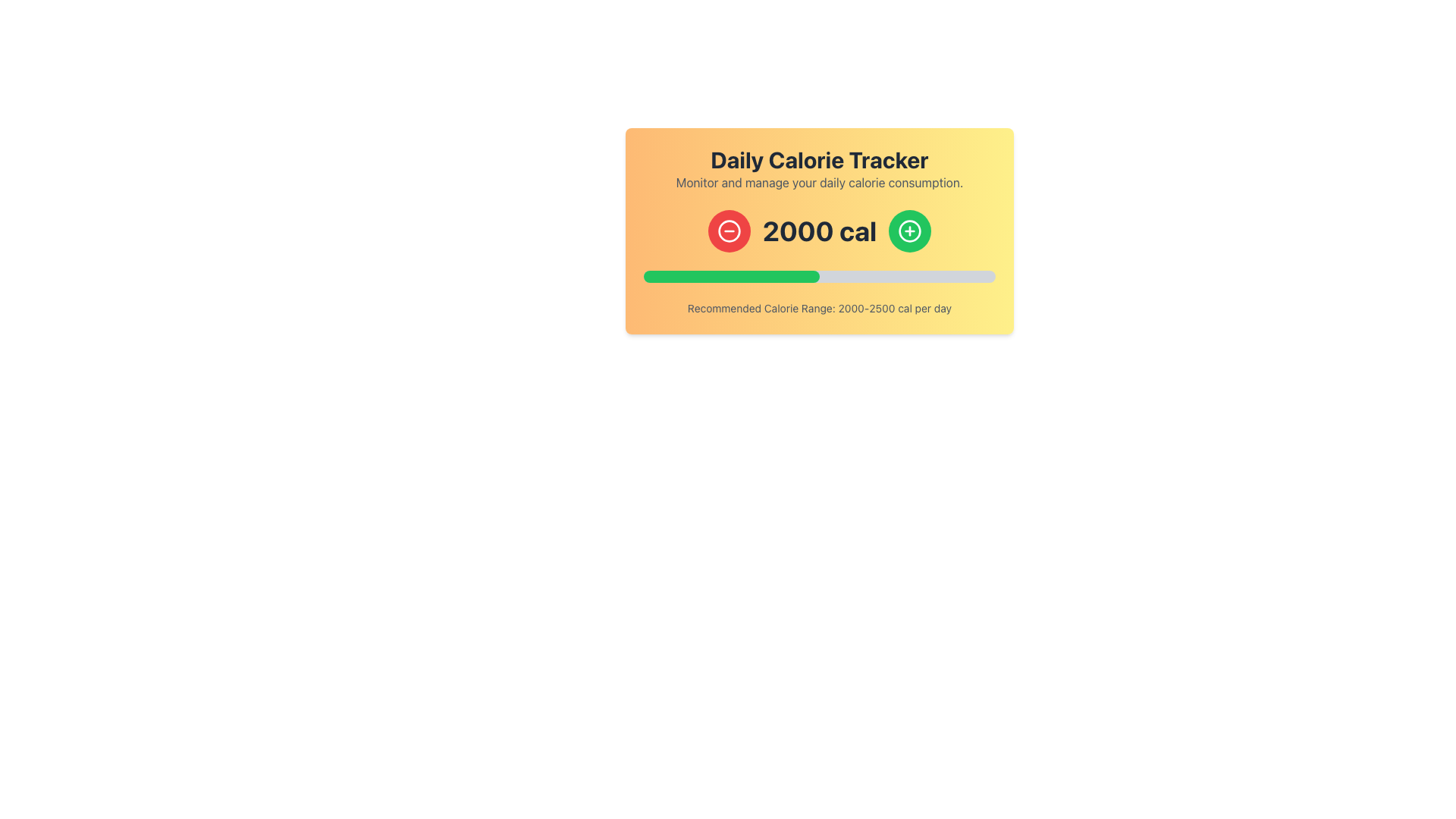 The width and height of the screenshot is (1456, 819). Describe the element at coordinates (729, 231) in the screenshot. I see `the decrement button located on the left side of the calorie count indicator in the 'Daily Calorie Tracker' interface to decrease the current calorie count` at that location.